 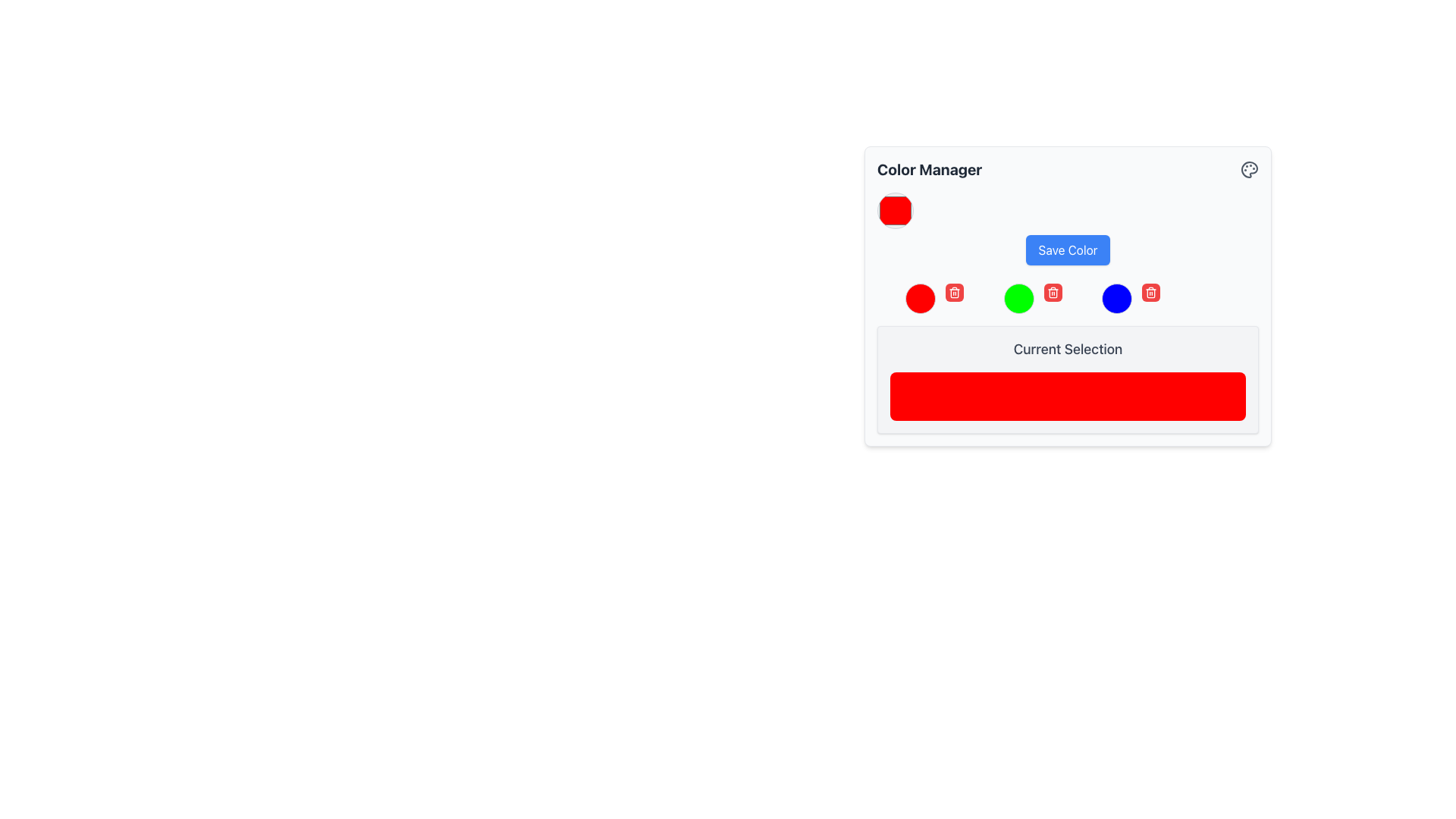 I want to click on the displayed selection on the Display Panel, which highlights the currently selected color, located at the bottom of the 'Color Manager' section, so click(x=1067, y=379).